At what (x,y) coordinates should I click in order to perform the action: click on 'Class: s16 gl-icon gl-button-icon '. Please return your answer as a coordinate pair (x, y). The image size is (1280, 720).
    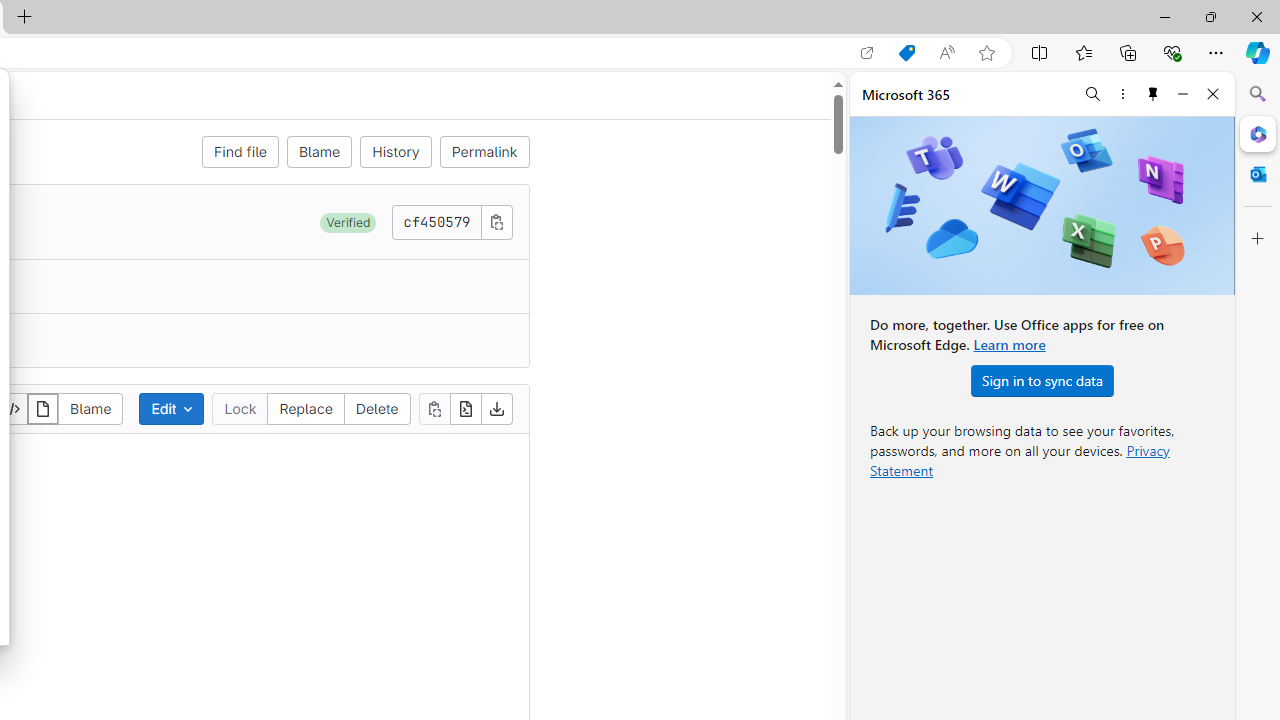
    Looking at the image, I should click on (496, 221).